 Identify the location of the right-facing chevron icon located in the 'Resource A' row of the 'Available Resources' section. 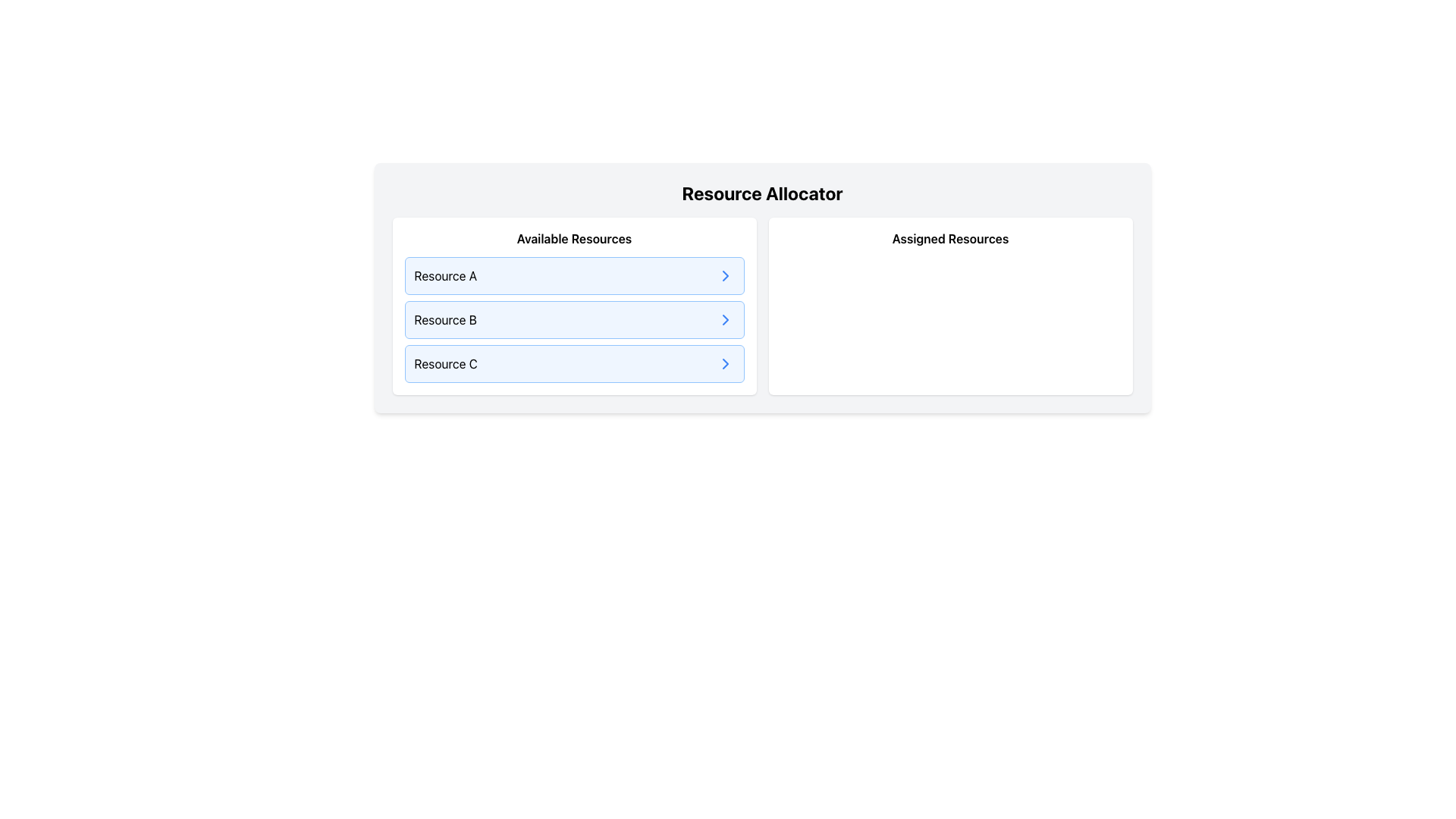
(724, 275).